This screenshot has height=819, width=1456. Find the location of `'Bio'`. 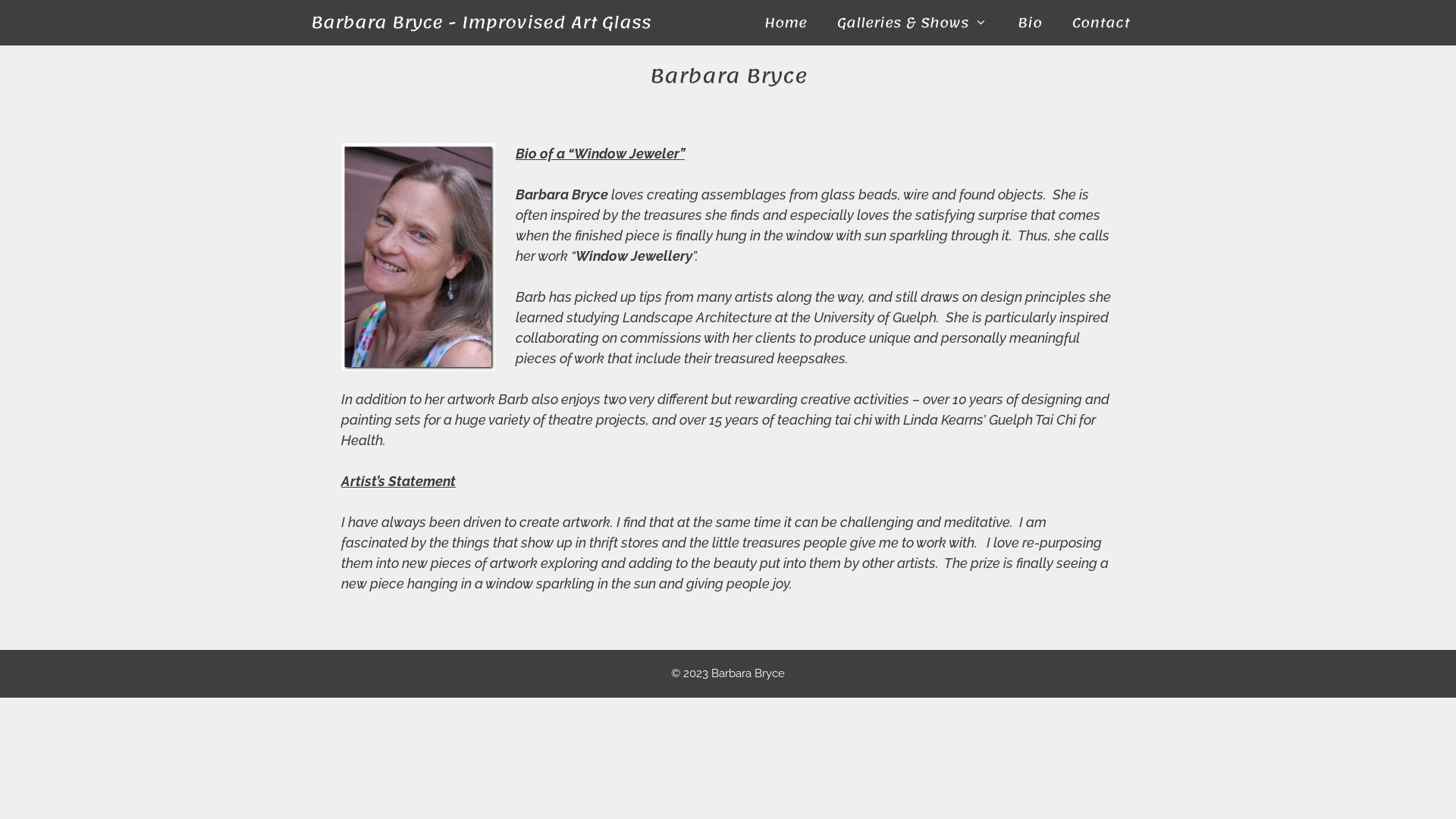

'Bio' is located at coordinates (1002, 23).